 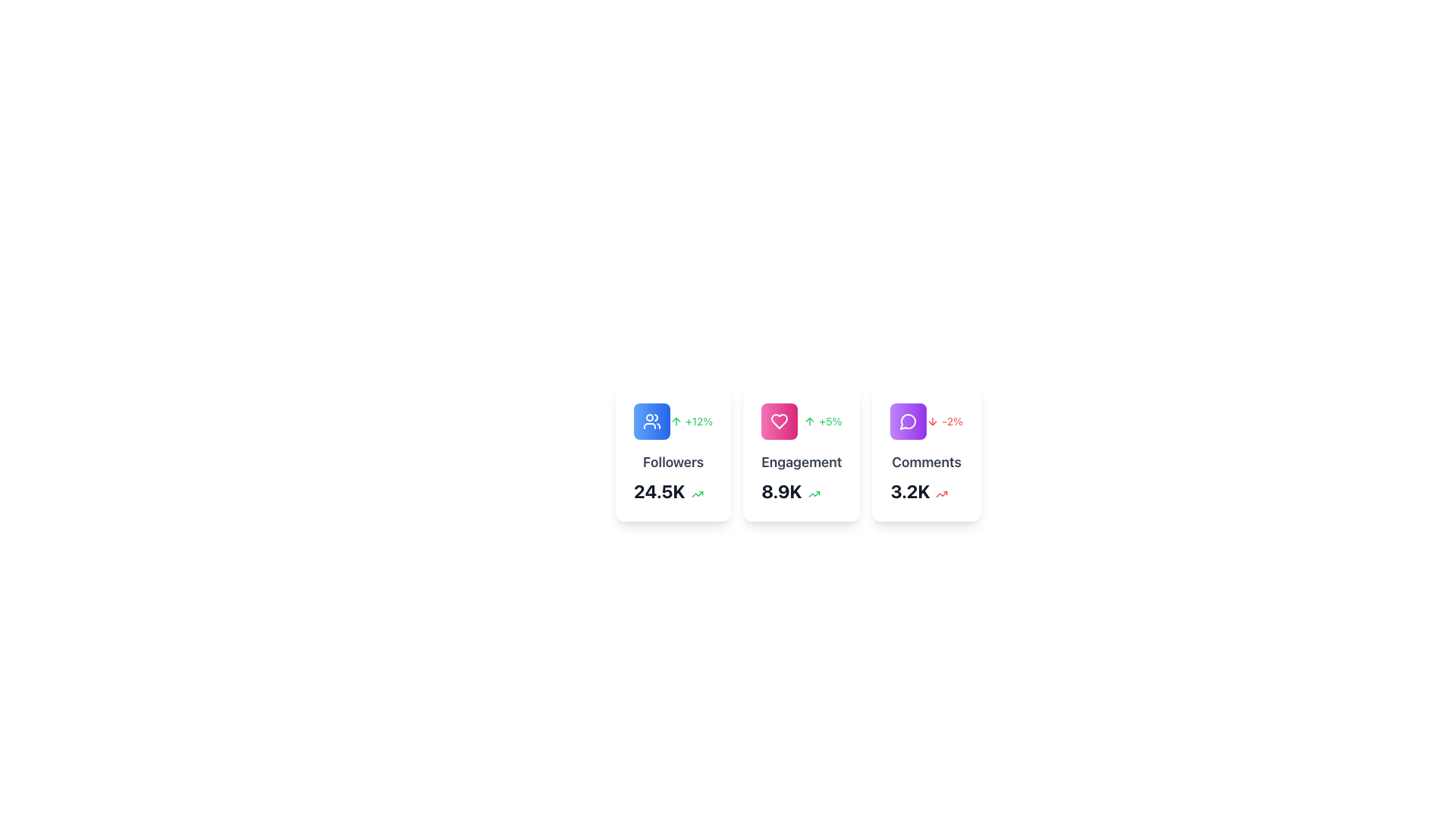 What do you see at coordinates (926, 519) in the screenshot?
I see `the Decorative Bar located at the bottom of the 'Comments' statistics card, beneath the text '3.2K'` at bounding box center [926, 519].